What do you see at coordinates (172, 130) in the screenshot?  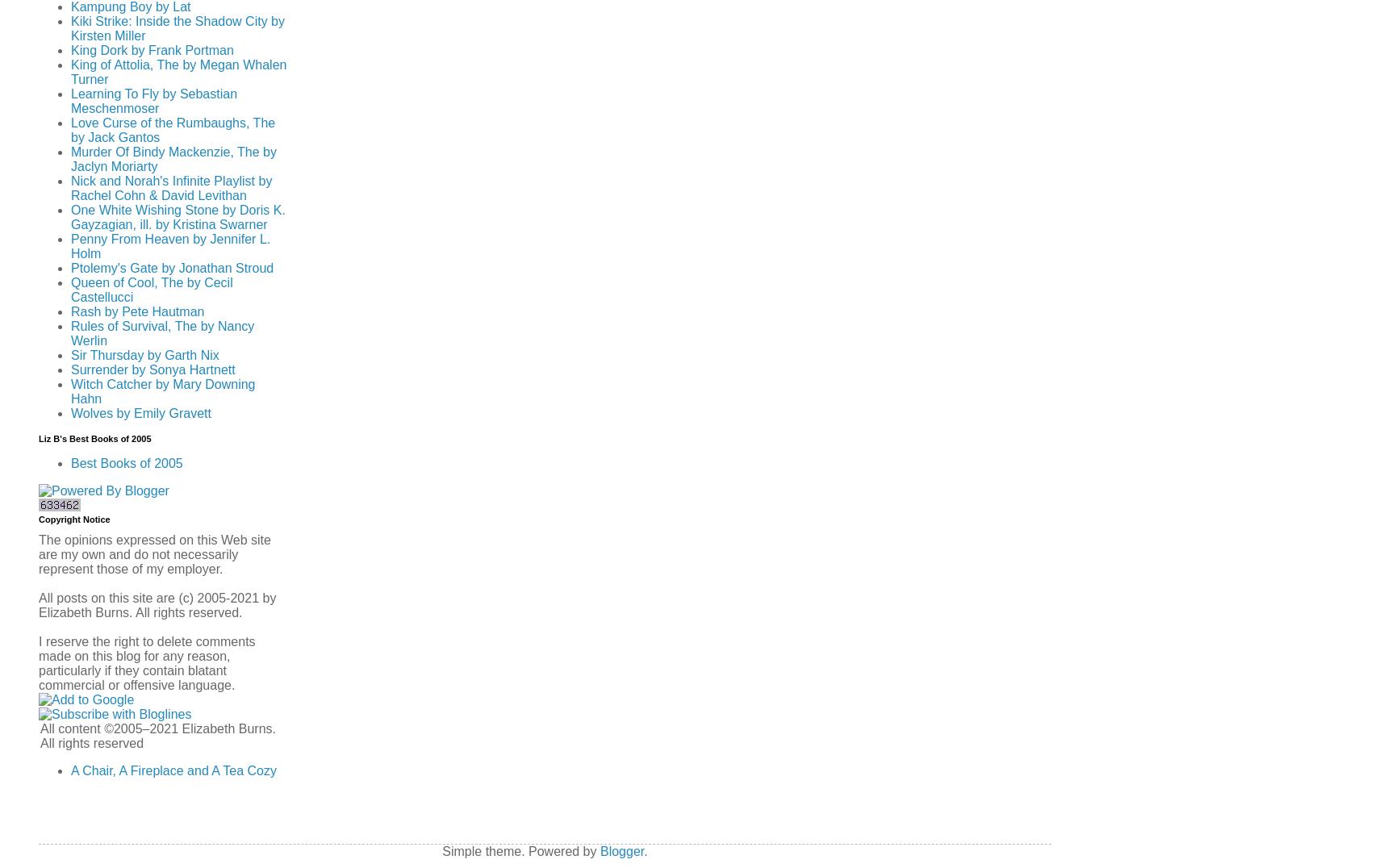 I see `'Love Curse of the Rumbaughs, The by Jack Gantos'` at bounding box center [172, 130].